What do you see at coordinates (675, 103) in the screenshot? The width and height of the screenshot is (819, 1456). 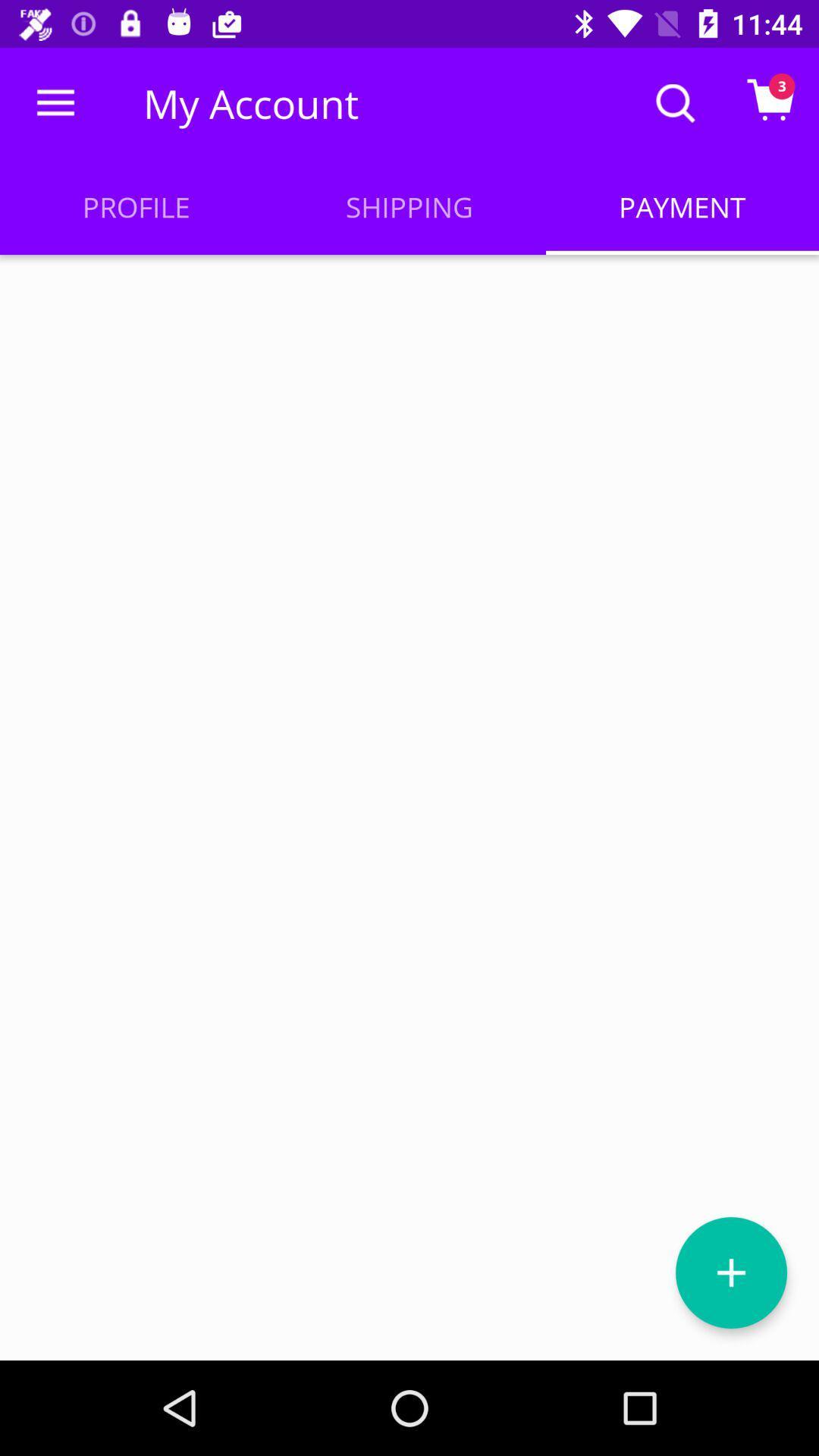 I see `the symbol left to cart` at bounding box center [675, 103].